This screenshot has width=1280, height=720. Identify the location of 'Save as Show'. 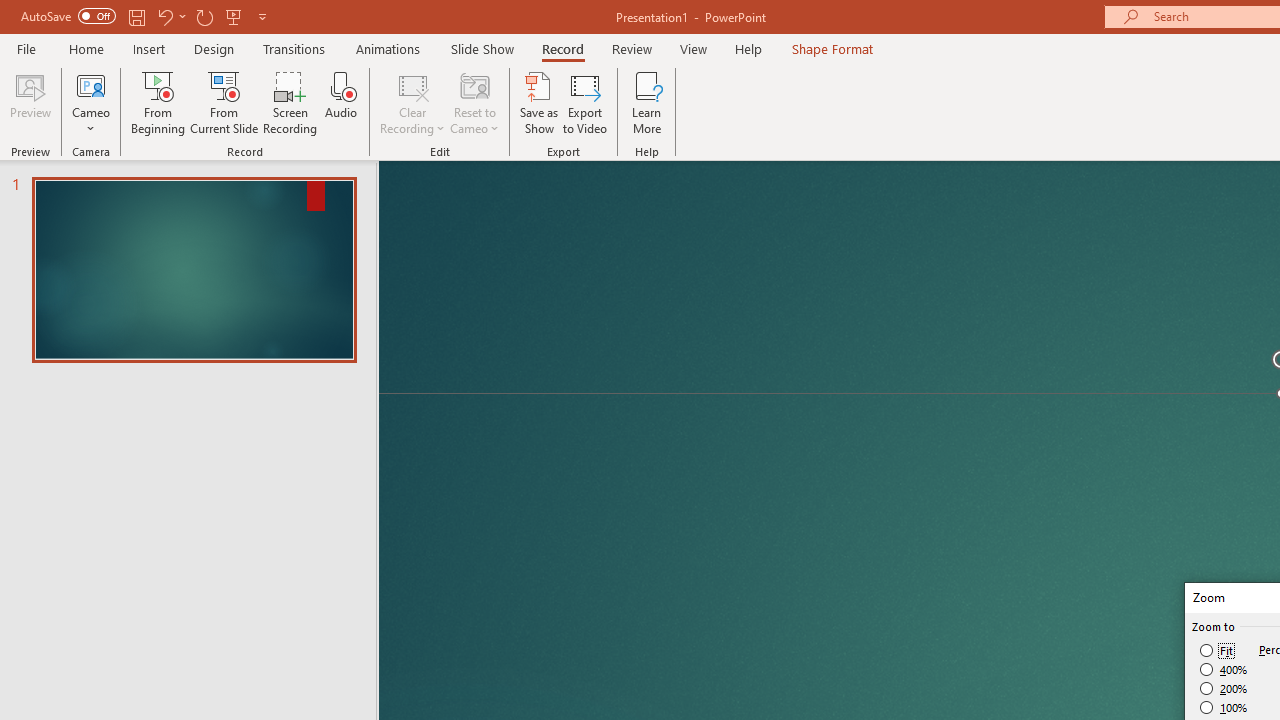
(539, 103).